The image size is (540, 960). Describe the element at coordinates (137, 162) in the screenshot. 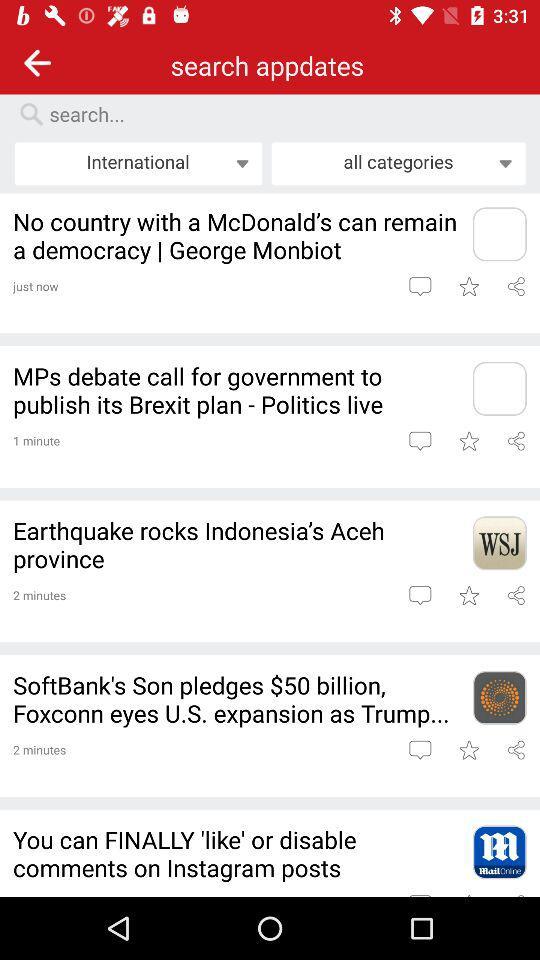

I see `the international` at that location.